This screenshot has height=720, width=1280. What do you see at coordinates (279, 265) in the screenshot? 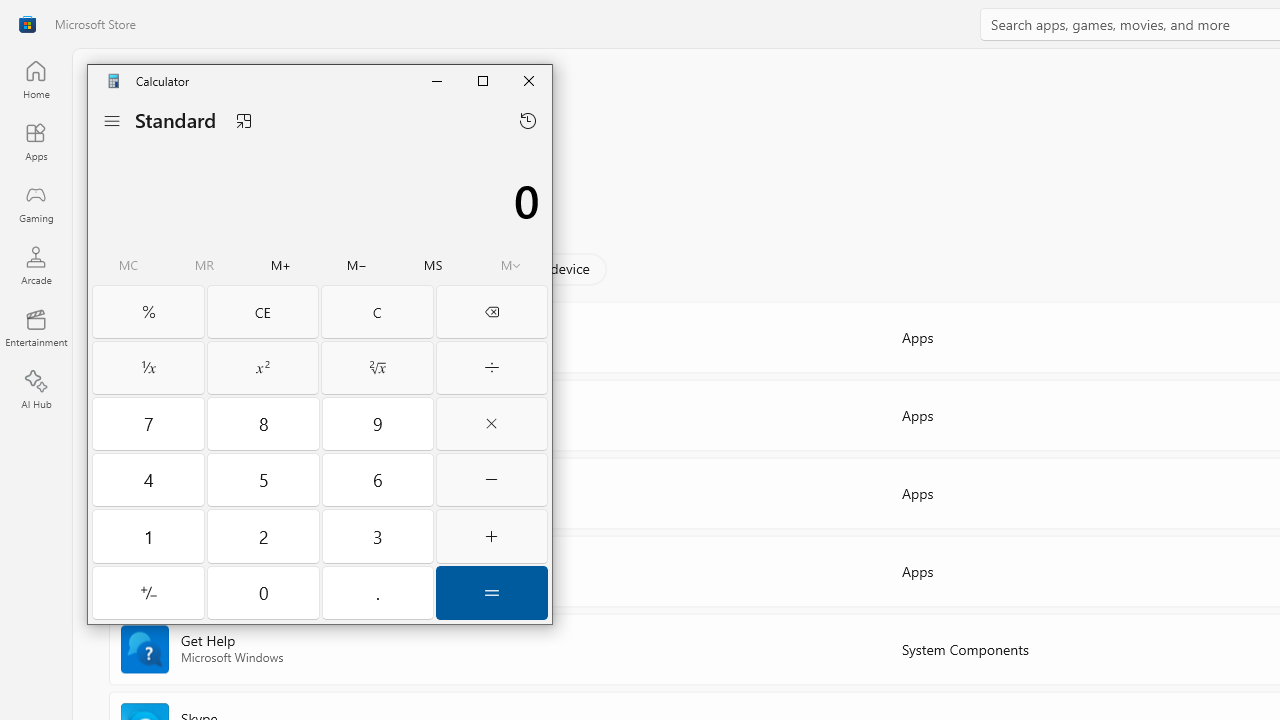
I see `'Memory add'` at bounding box center [279, 265].